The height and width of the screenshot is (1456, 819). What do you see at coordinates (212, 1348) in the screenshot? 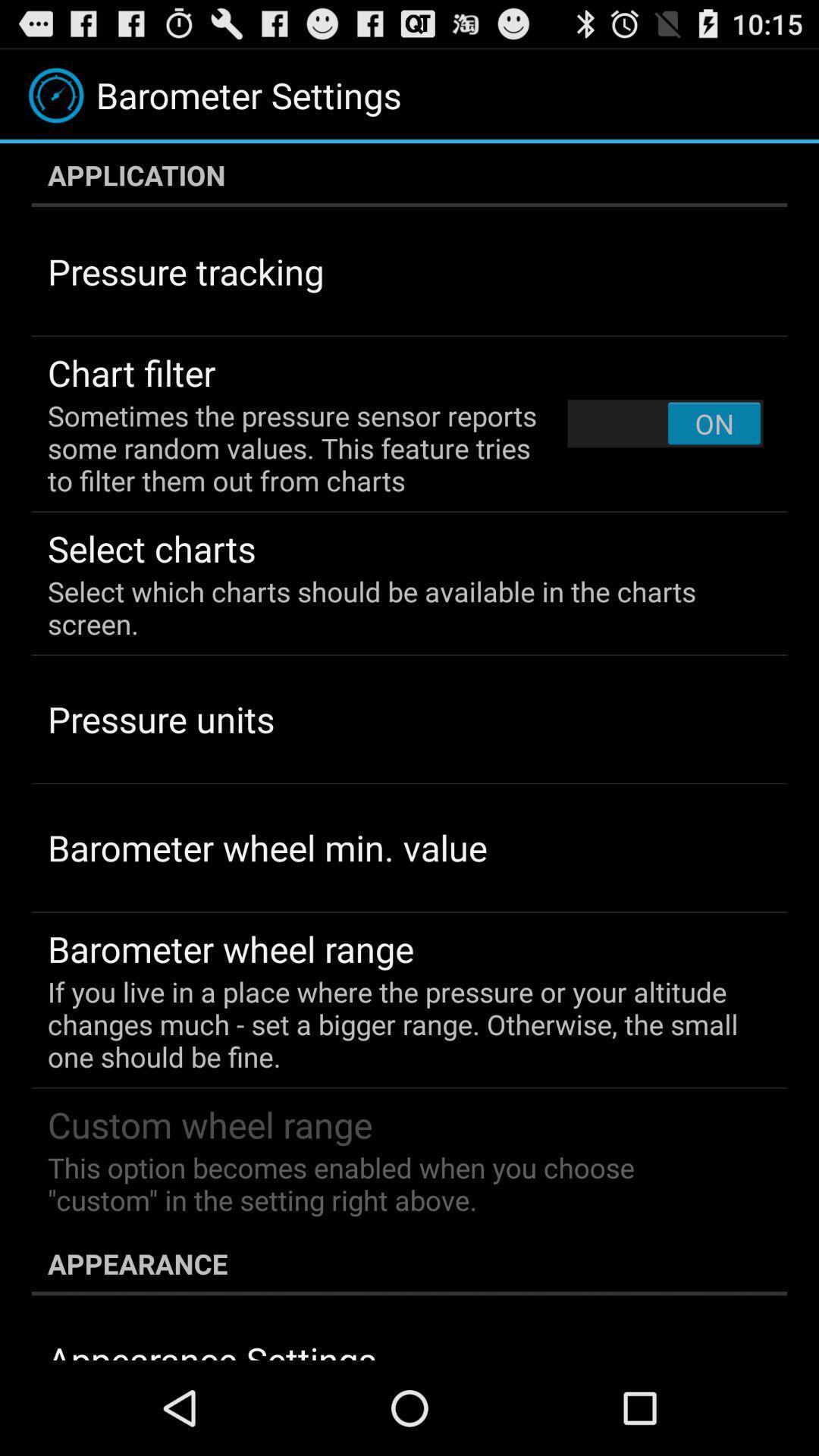
I see `appearance settings item` at bounding box center [212, 1348].